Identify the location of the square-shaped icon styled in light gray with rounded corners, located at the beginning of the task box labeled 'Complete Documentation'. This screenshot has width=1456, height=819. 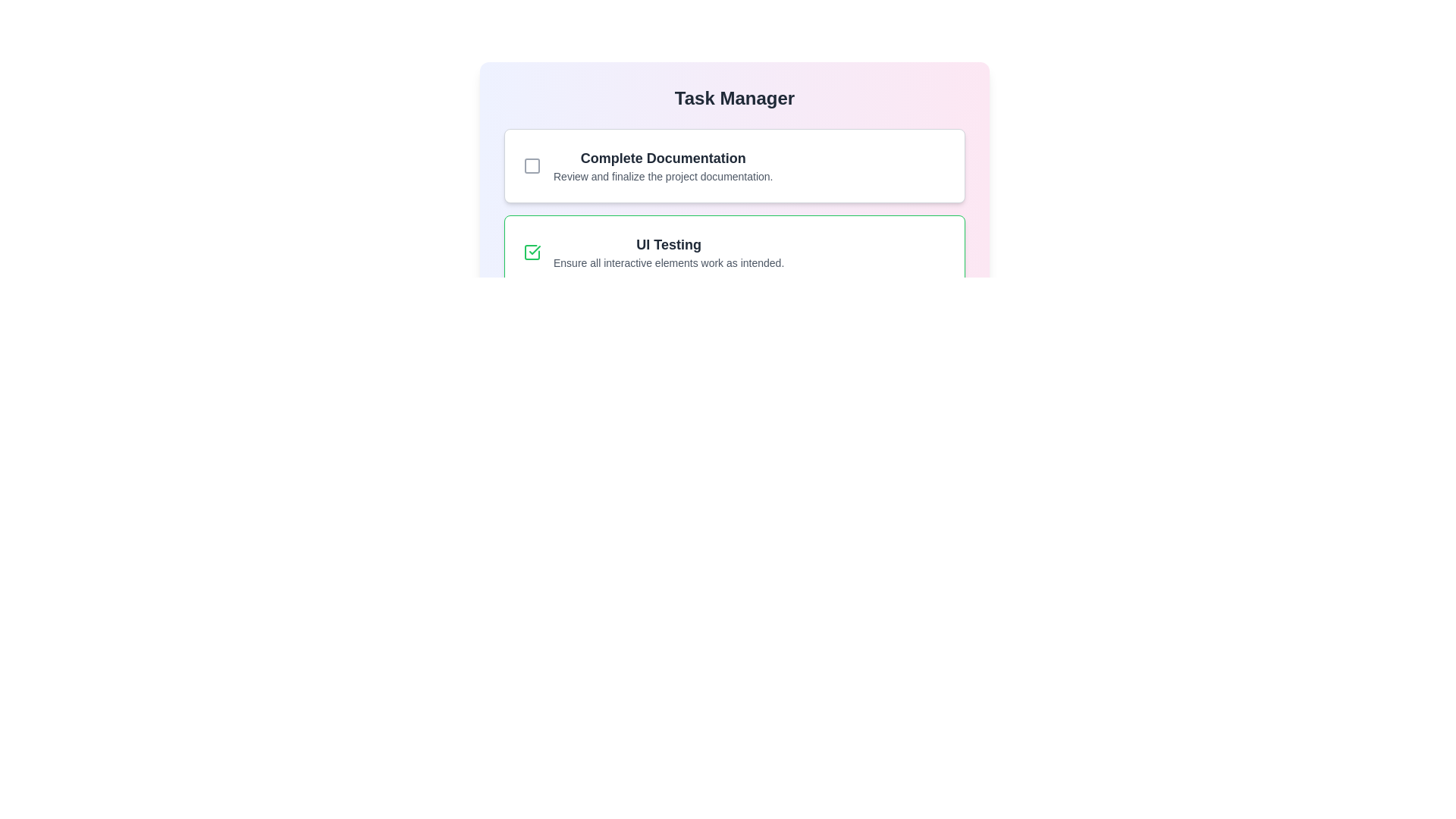
(532, 166).